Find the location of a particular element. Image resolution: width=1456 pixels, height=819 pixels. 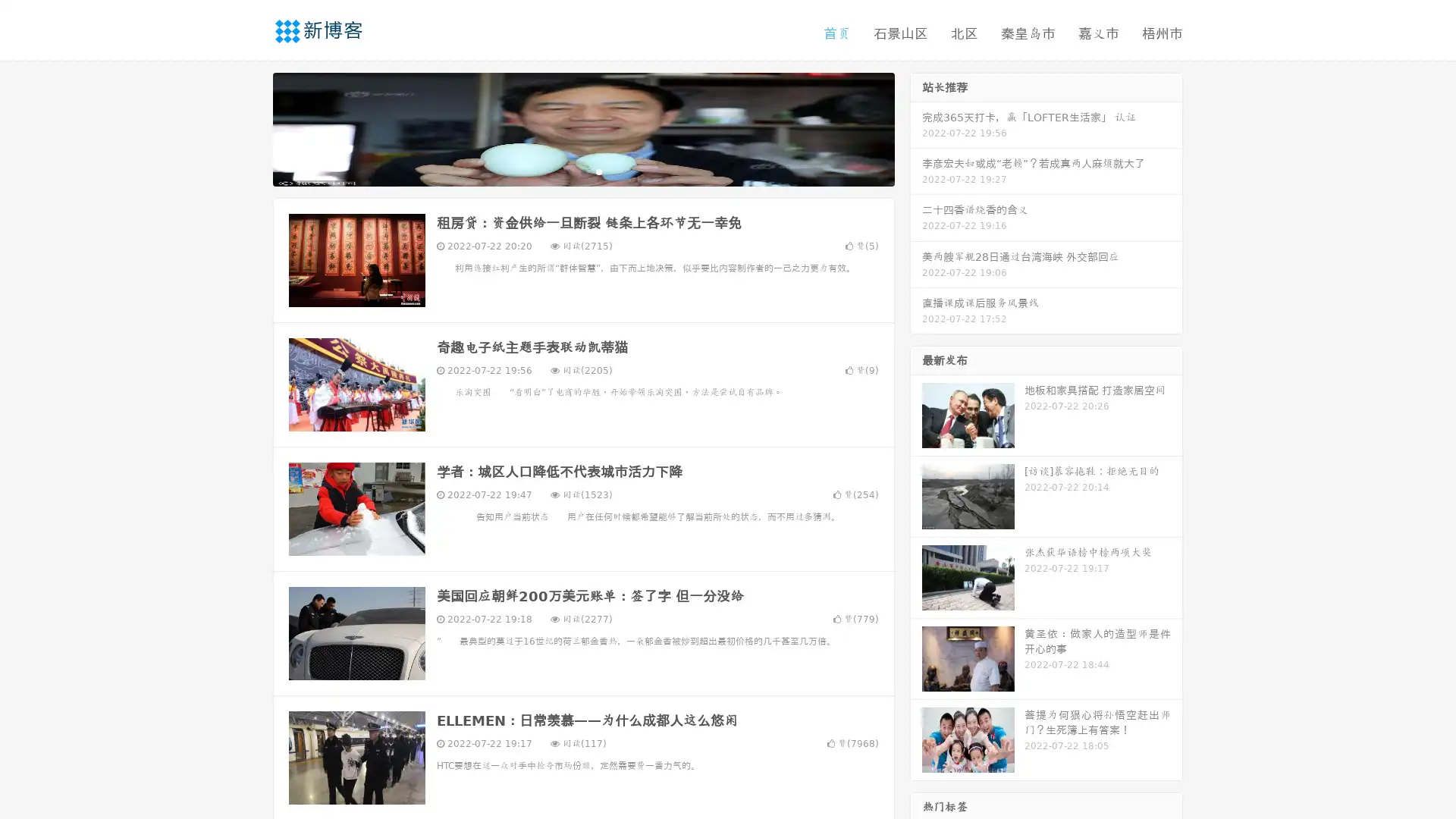

Go to slide 2 is located at coordinates (582, 171).